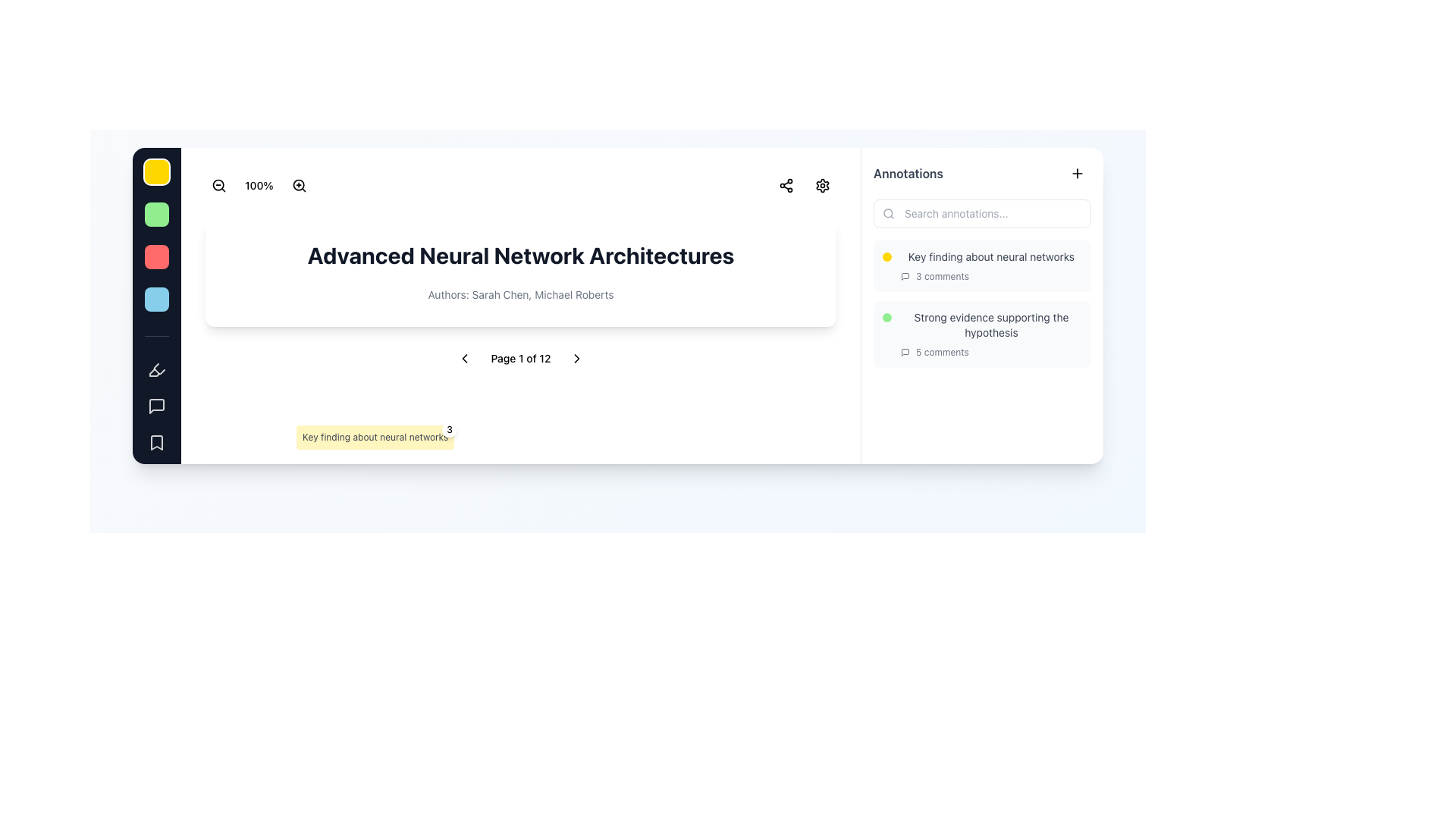 This screenshot has height=819, width=1456. Describe the element at coordinates (982, 333) in the screenshot. I see `the text 'Strong evidence supporting the hypothesis' for copying from the annotations section, which is the second item below 'Key finding about neural networks'` at that location.